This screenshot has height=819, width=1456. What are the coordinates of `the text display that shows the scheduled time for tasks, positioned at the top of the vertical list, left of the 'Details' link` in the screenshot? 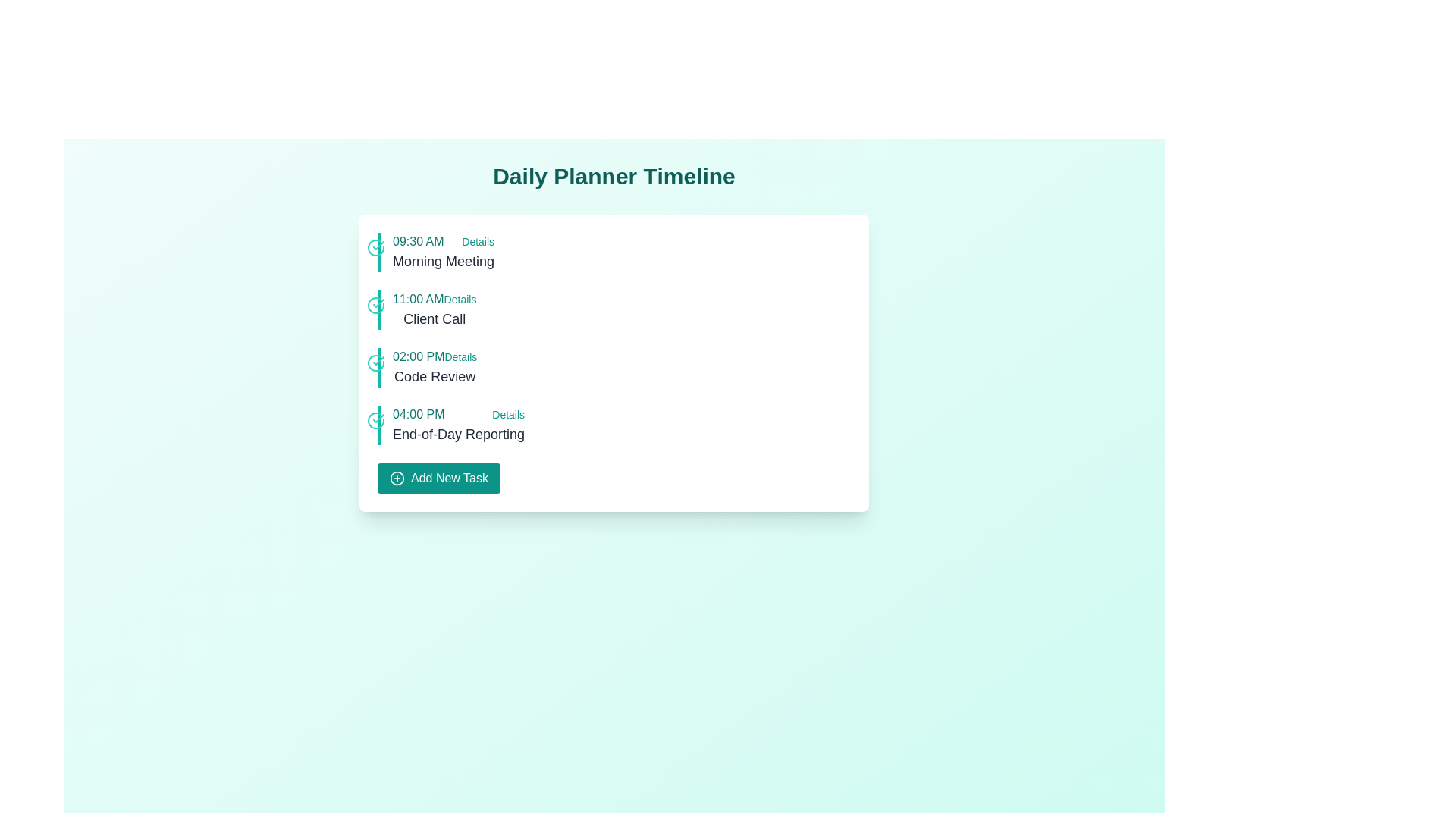 It's located at (418, 241).